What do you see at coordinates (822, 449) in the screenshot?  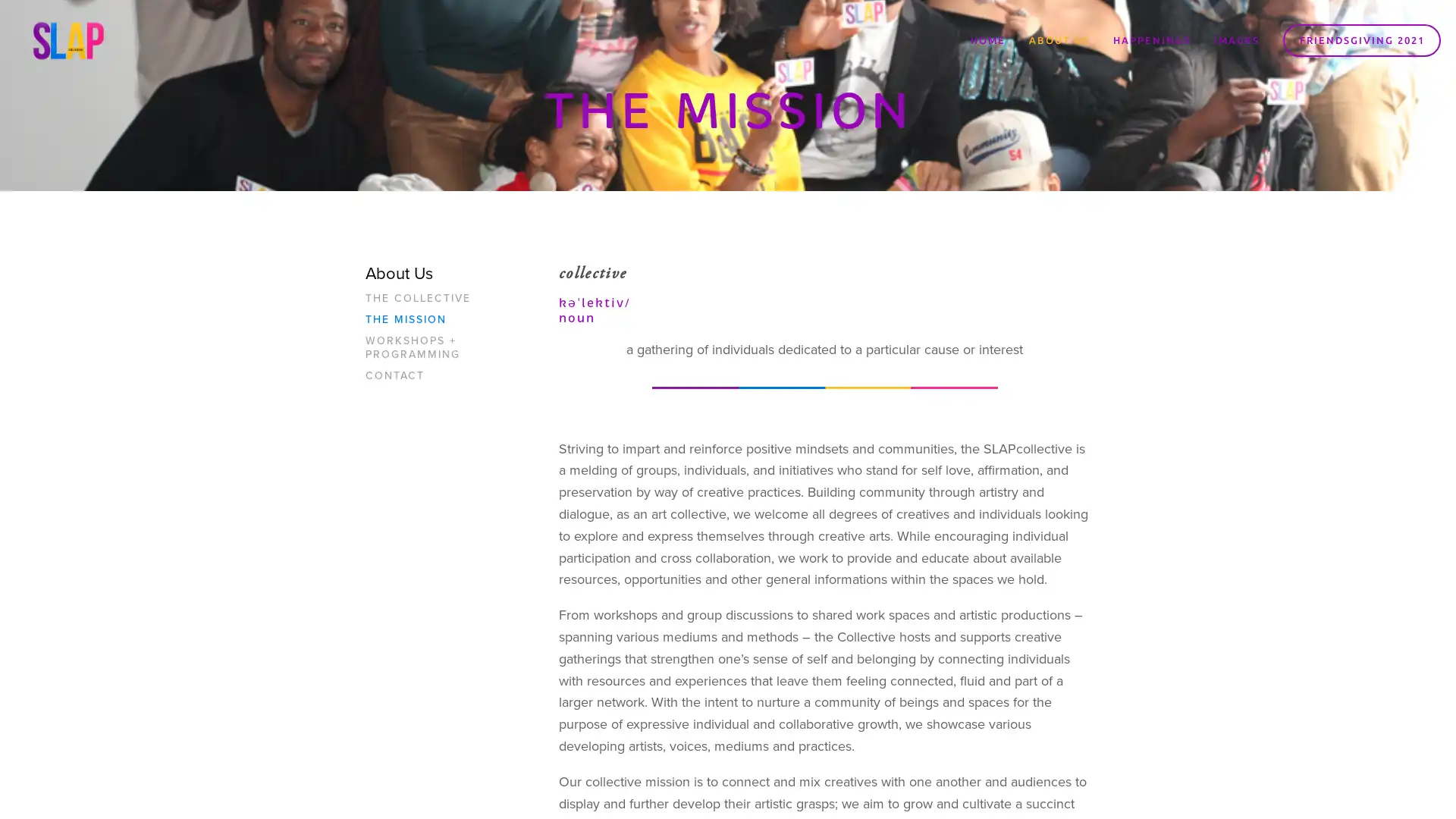 I see `get mo' SLAP!` at bounding box center [822, 449].